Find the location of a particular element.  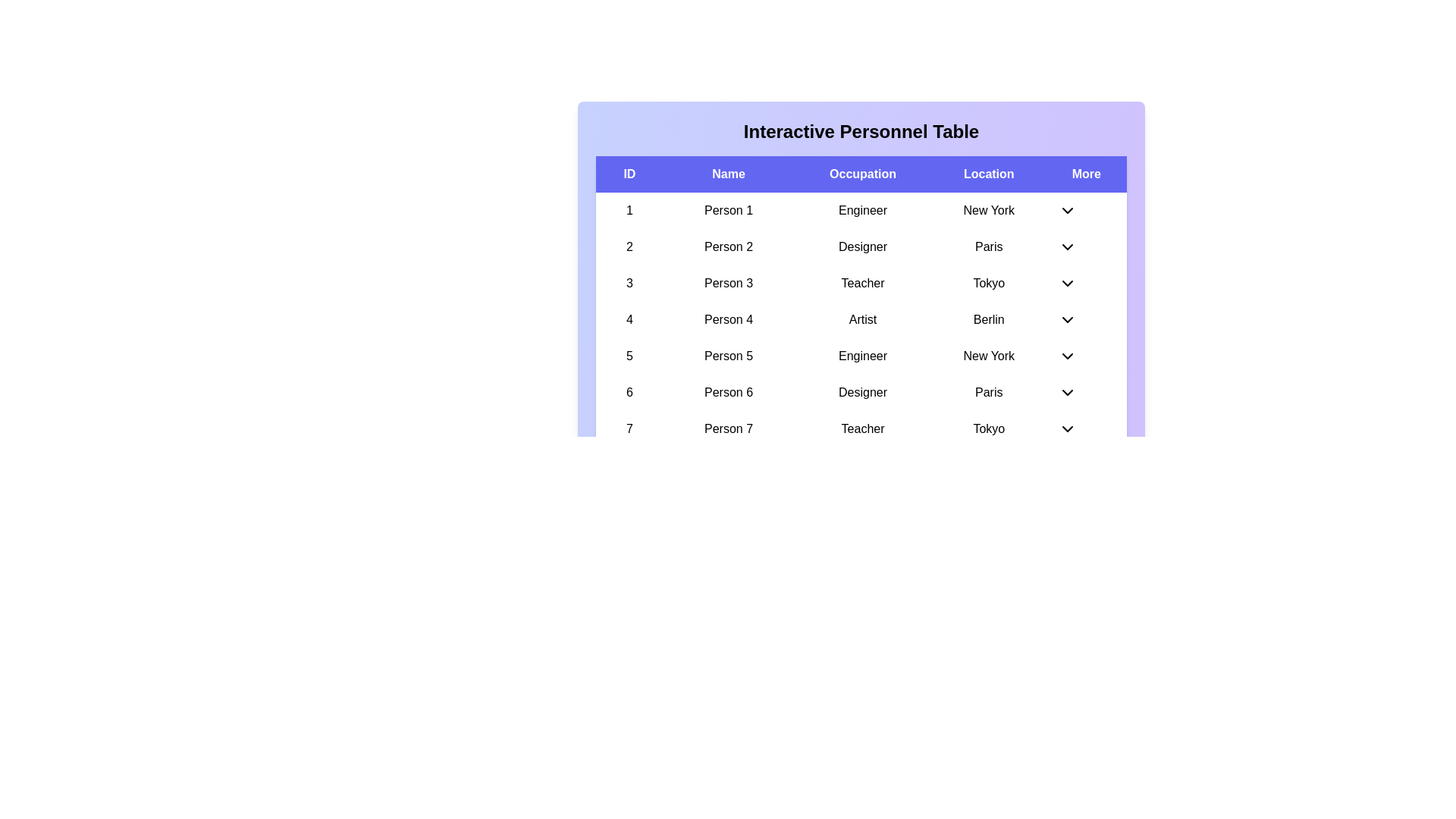

the column header More to sort the table by that column is located at coordinates (1084, 174).